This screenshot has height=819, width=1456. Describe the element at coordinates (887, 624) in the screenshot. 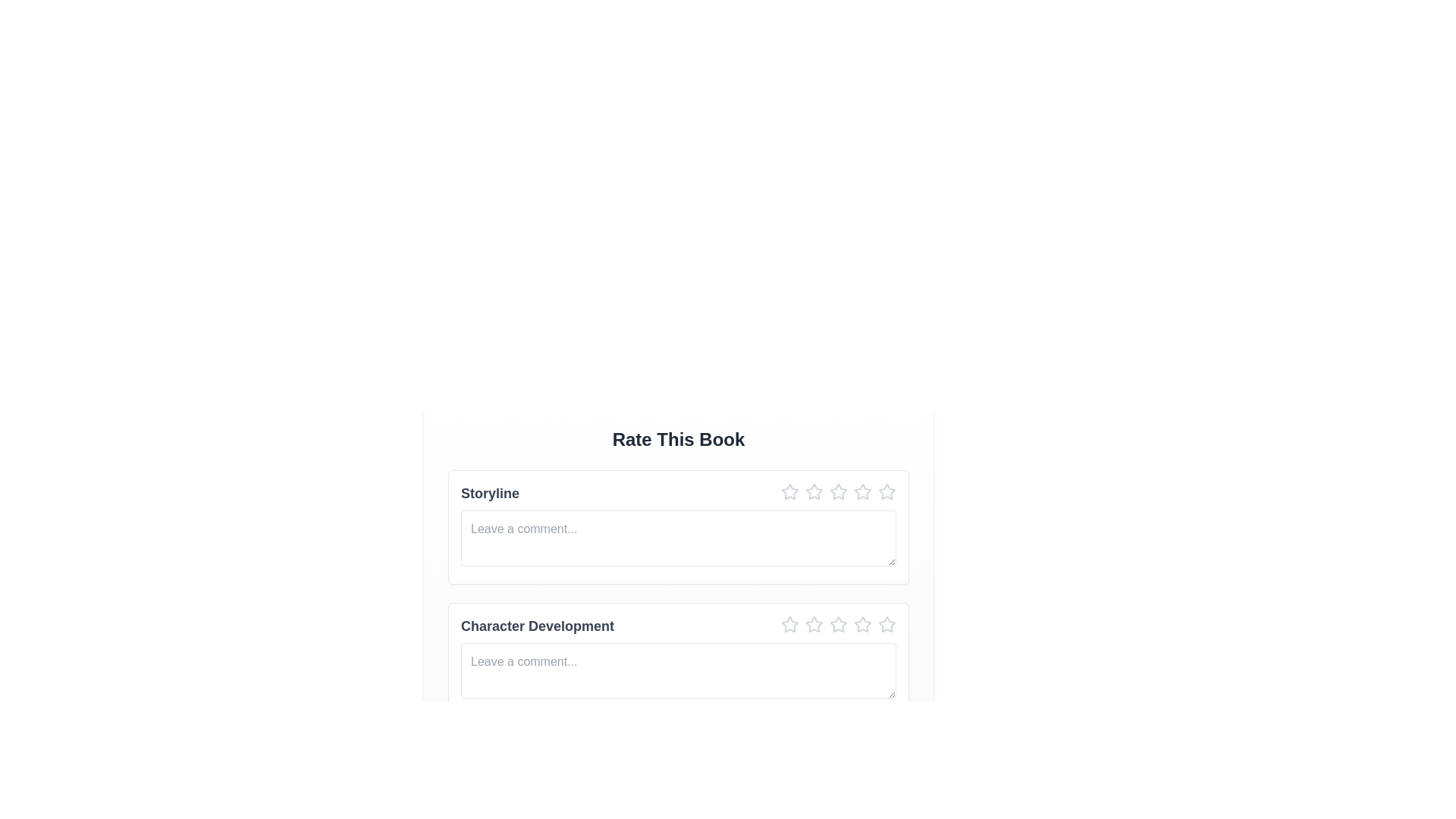

I see `the star-shaped rating icon styled in light gray, located in the rating system next to the 'Character Development' text field` at that location.